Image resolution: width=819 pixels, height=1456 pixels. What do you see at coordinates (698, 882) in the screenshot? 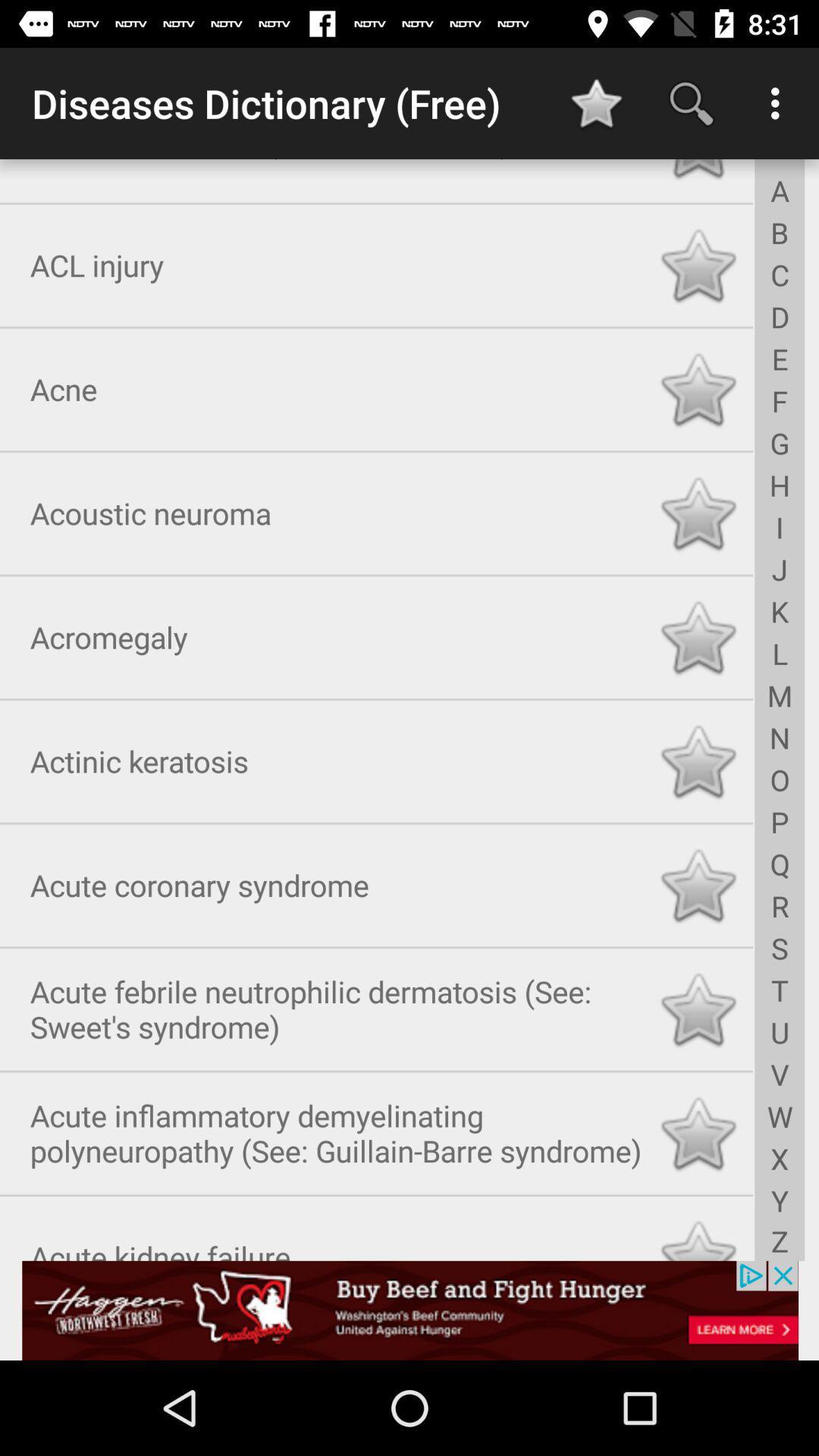
I see `bookmark` at bounding box center [698, 882].